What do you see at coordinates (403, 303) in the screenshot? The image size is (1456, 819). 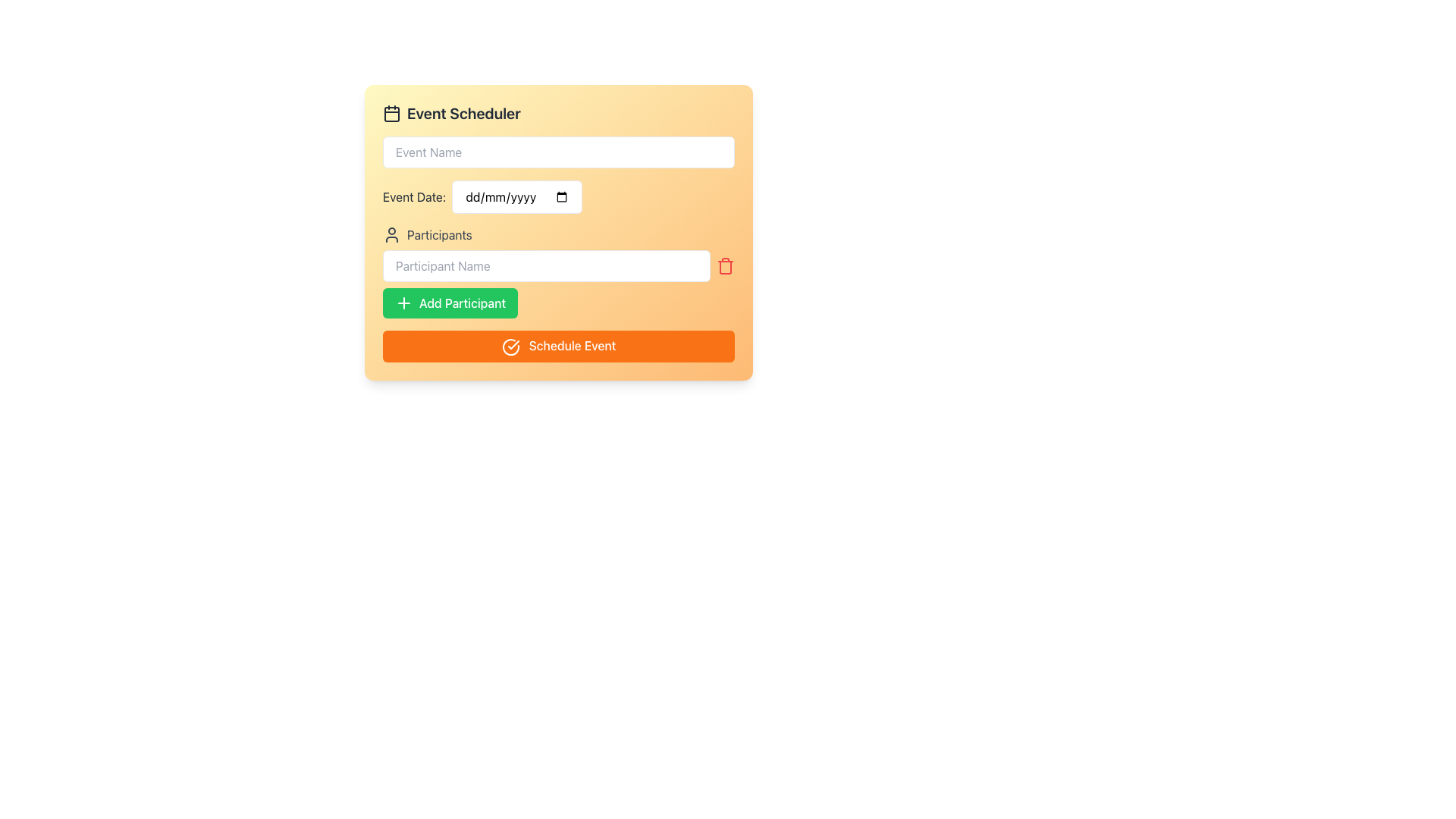 I see `the icon inside the 'Add Participant' button, which signifies the addition of a participant` at bounding box center [403, 303].